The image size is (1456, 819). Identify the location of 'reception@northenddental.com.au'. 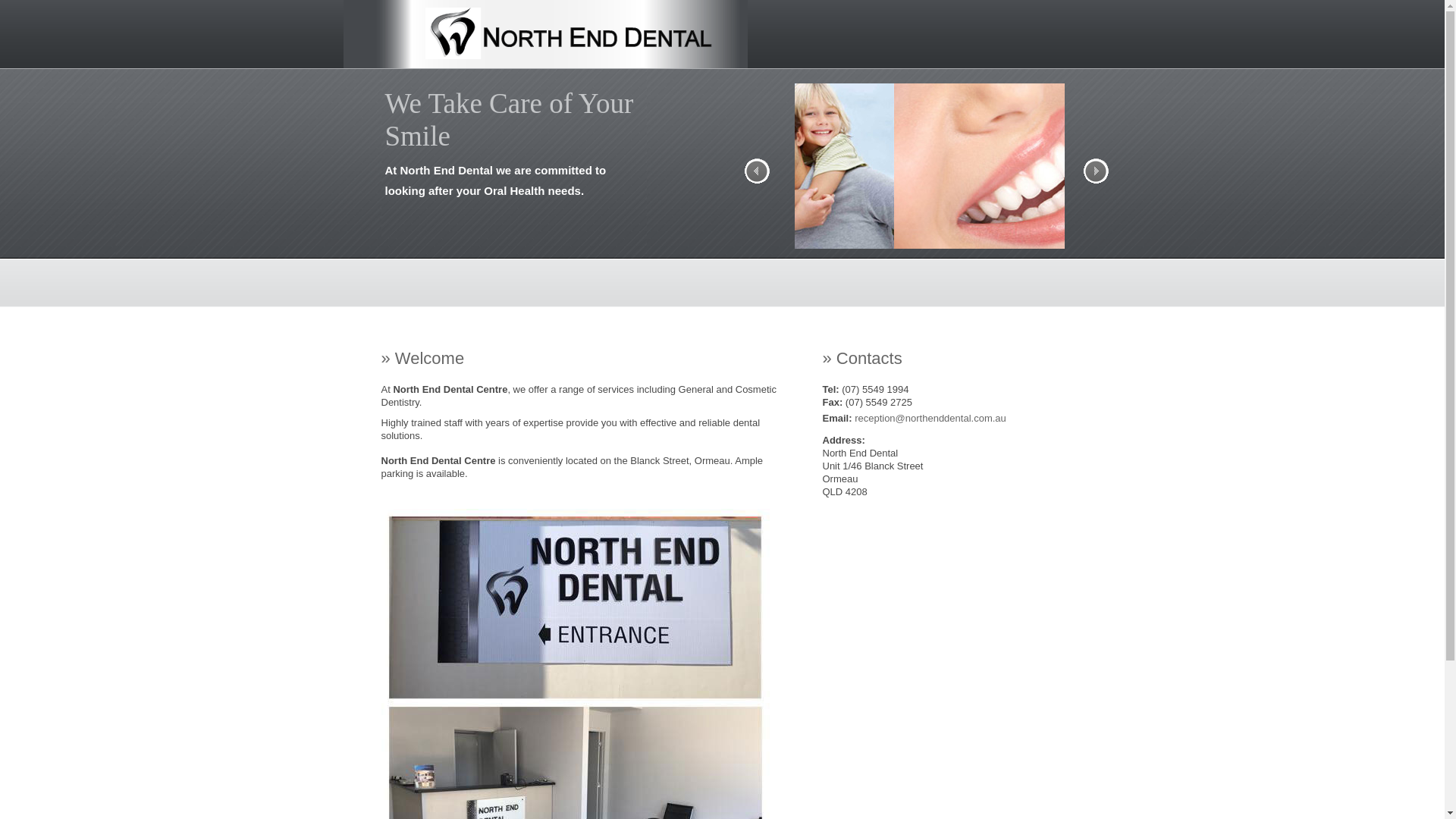
(930, 418).